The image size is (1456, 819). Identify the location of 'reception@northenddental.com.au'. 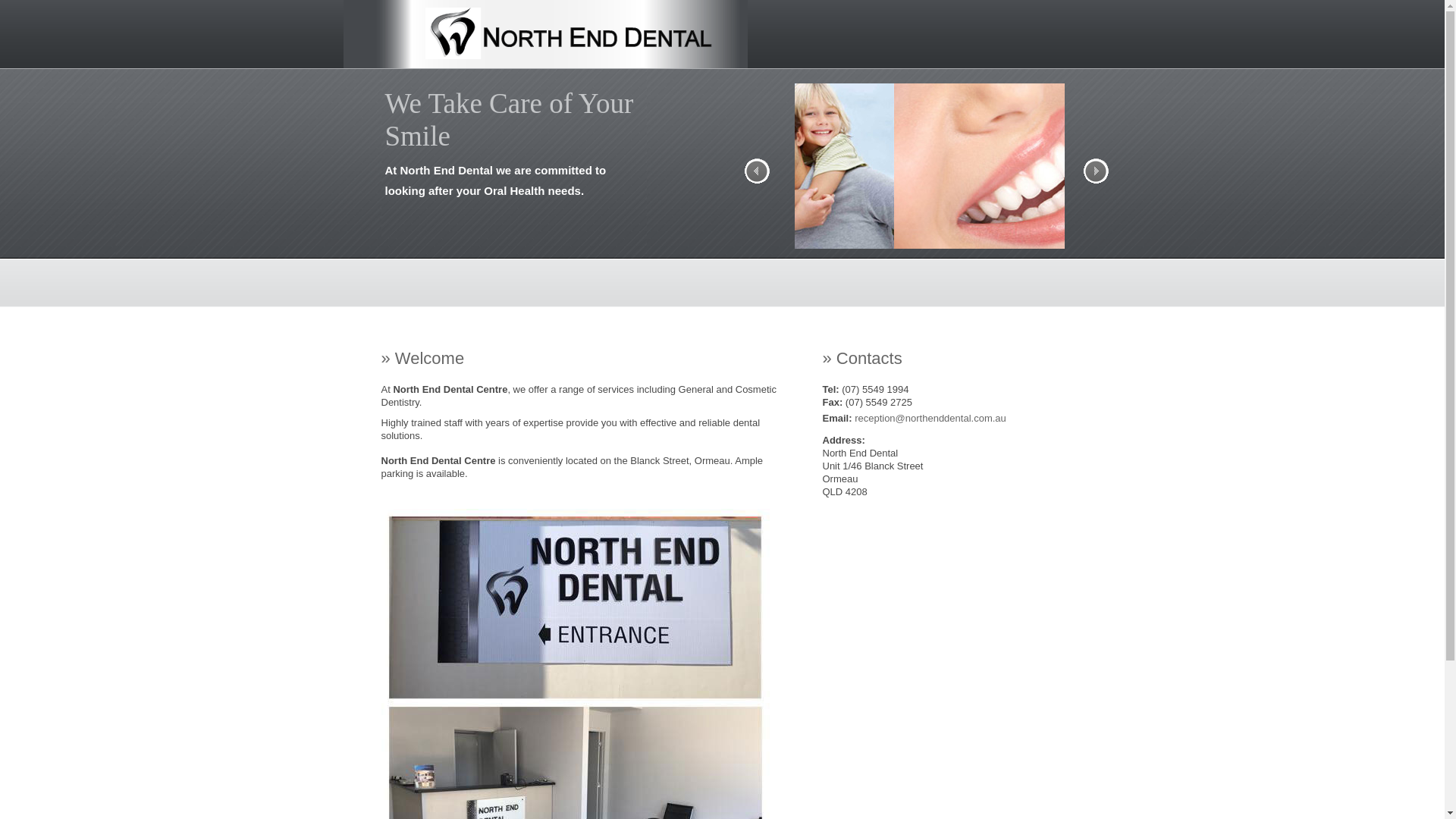
(930, 418).